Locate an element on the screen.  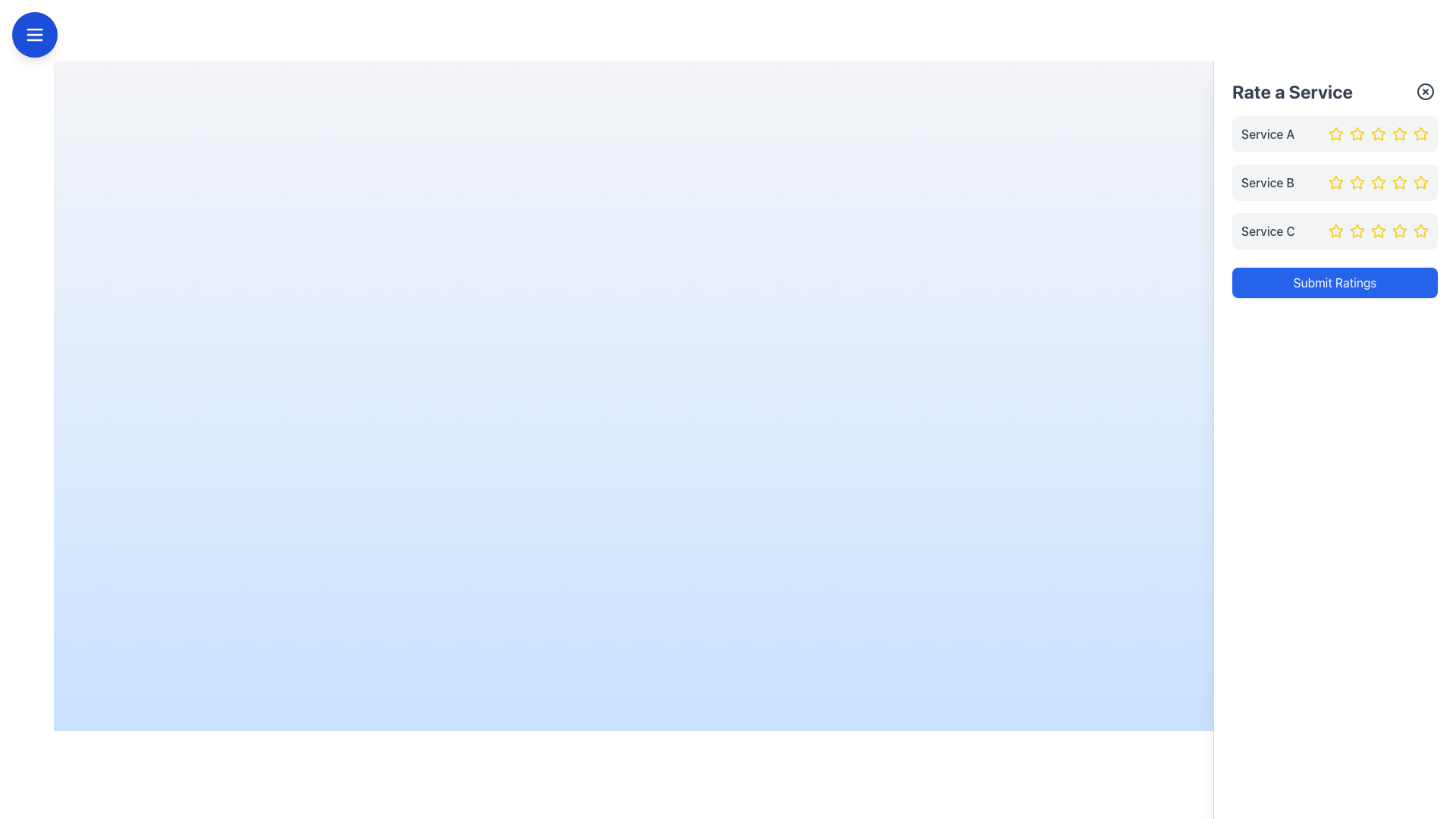
the fifth star icon in the star rating system for 'Service A' in the 'Rate a Service' section to trigger the preview state is located at coordinates (1399, 133).